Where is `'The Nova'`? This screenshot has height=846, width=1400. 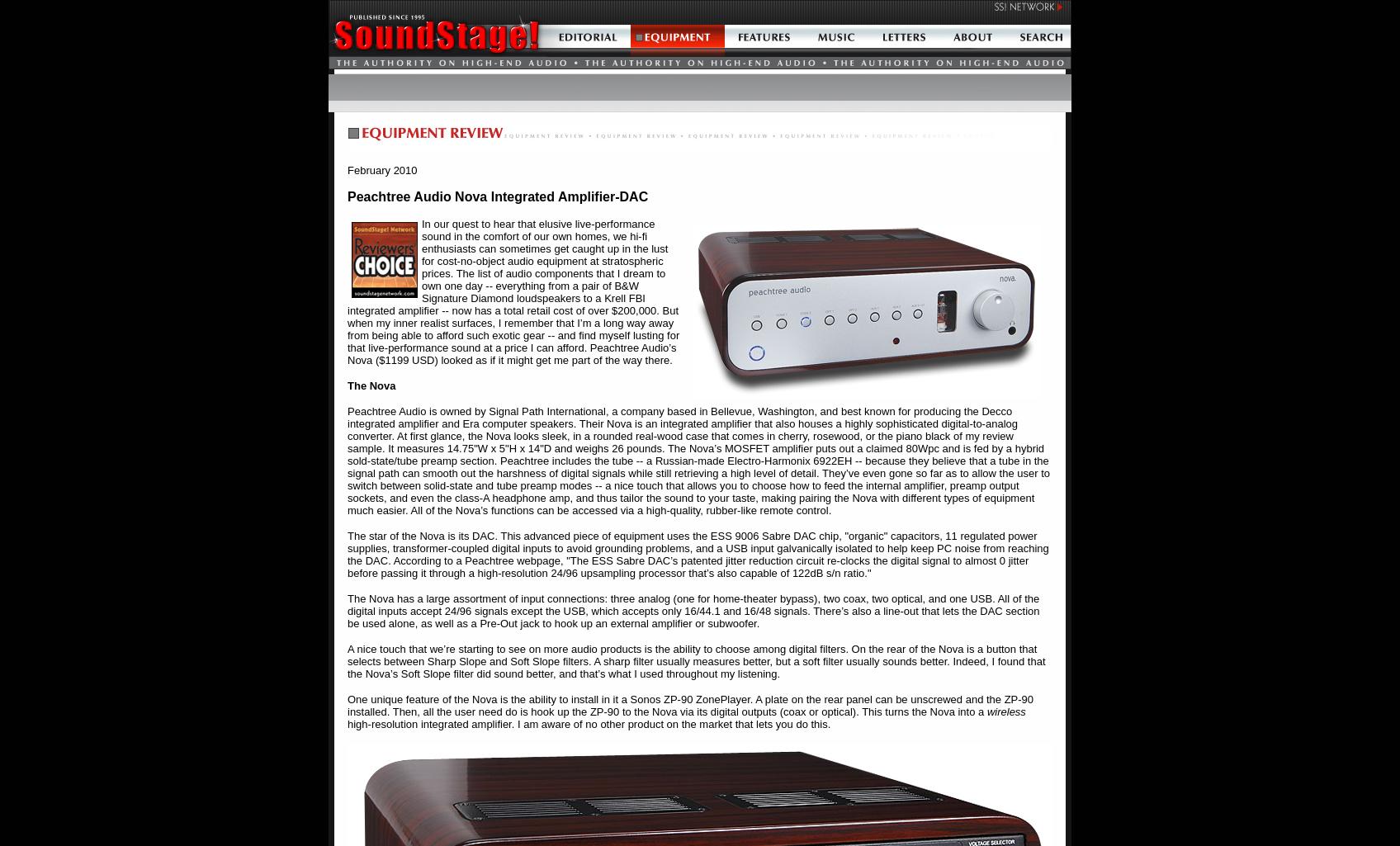
'The Nova' is located at coordinates (371, 385).